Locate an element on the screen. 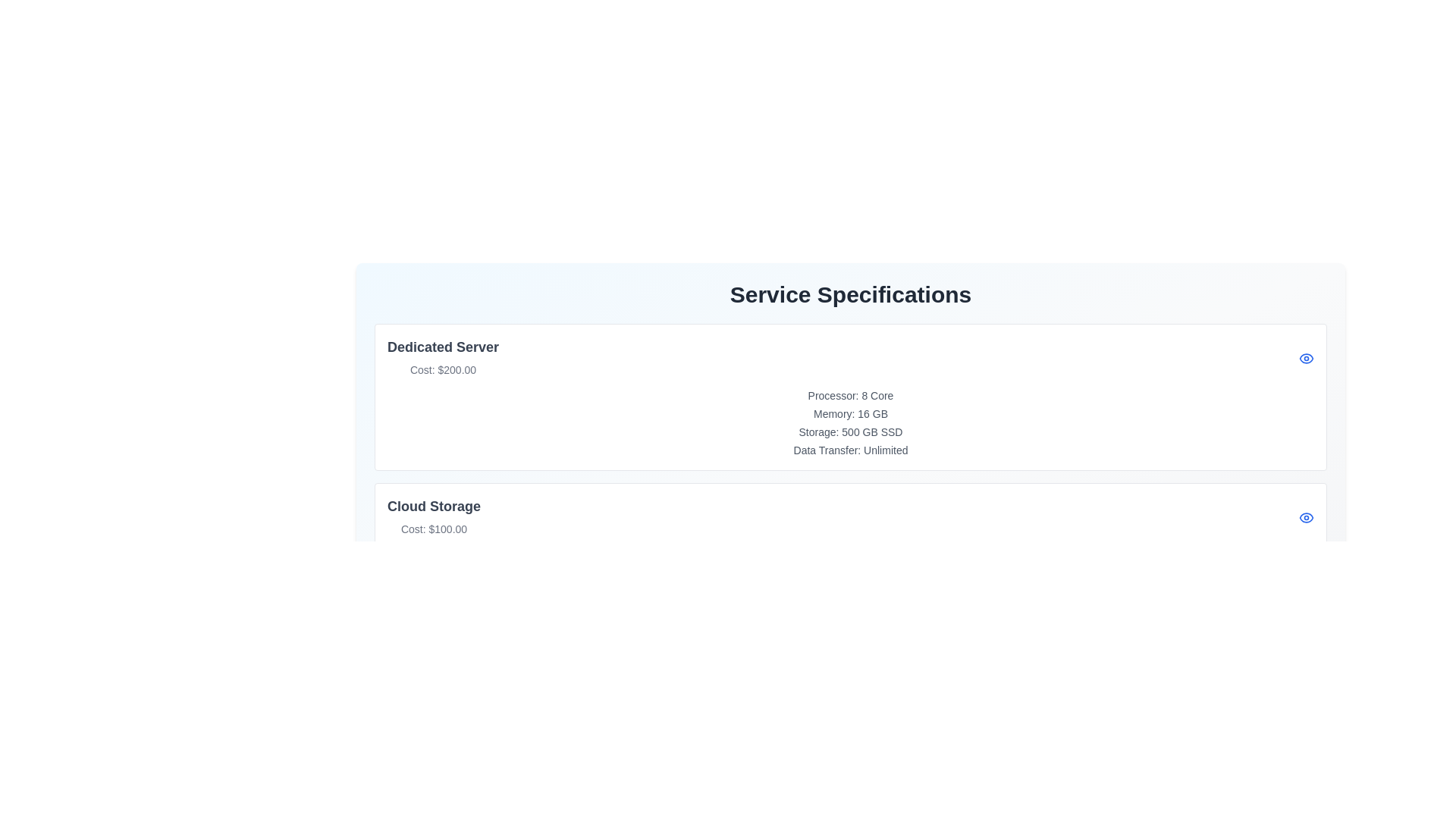 The height and width of the screenshot is (819, 1456). the static text label displaying the cost of the service, which is $200.00, located directly below the 'Dedicated Server' label within the white card is located at coordinates (442, 370).